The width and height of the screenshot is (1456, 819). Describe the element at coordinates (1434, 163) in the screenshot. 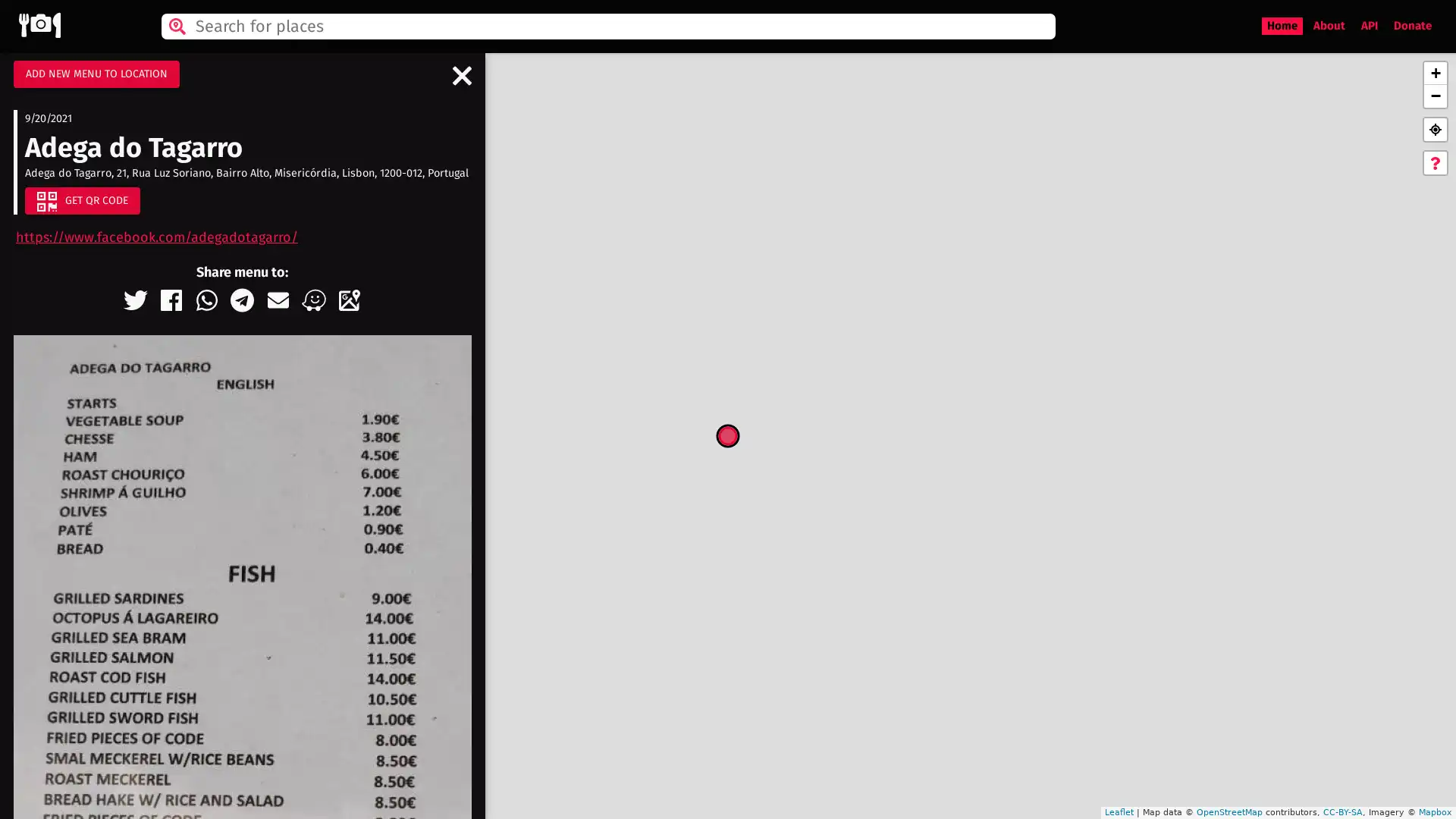

I see `Help tutorial` at that location.